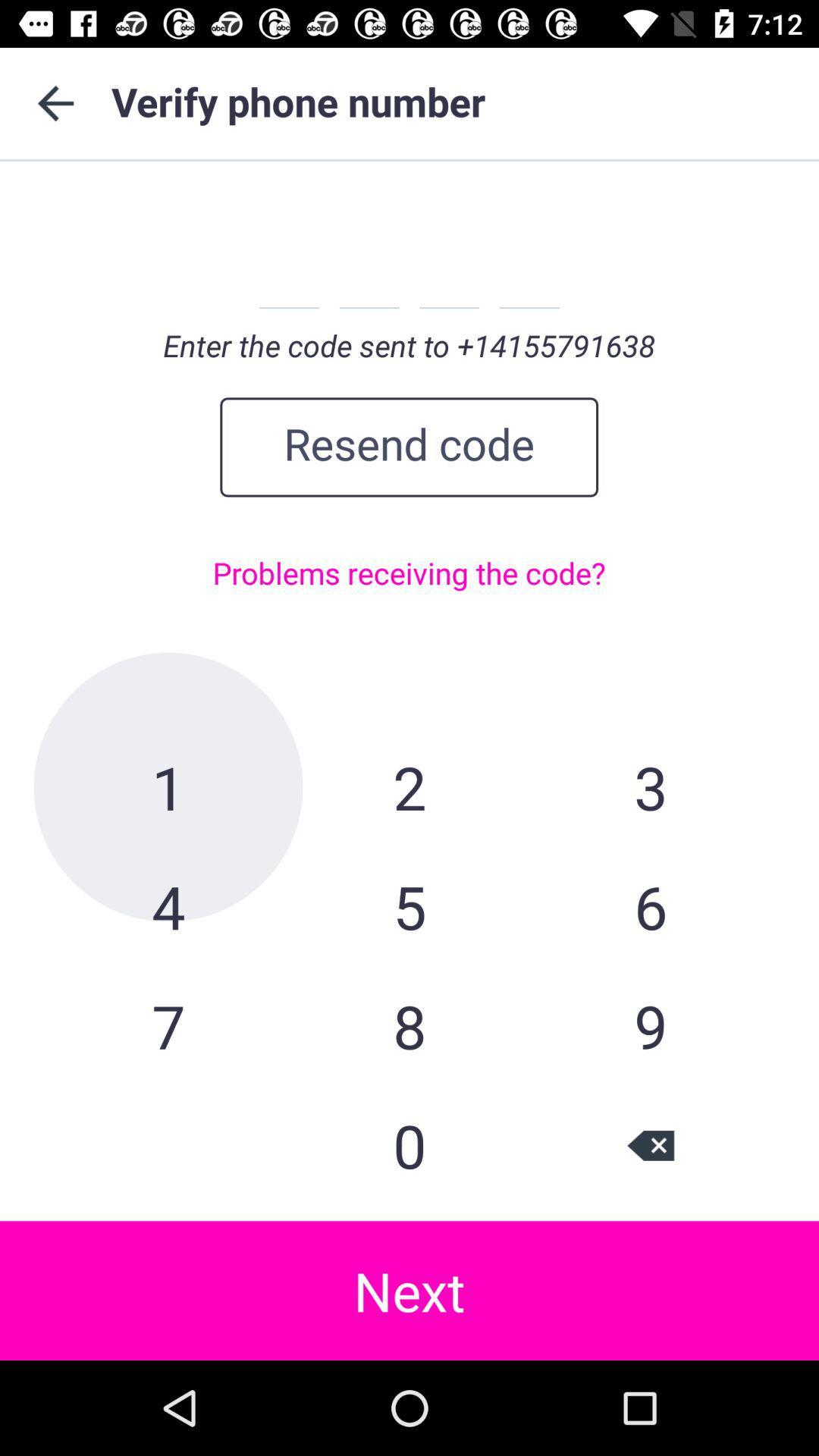 This screenshot has width=819, height=1456. Describe the element at coordinates (168, 1026) in the screenshot. I see `the button 7 on the web page` at that location.